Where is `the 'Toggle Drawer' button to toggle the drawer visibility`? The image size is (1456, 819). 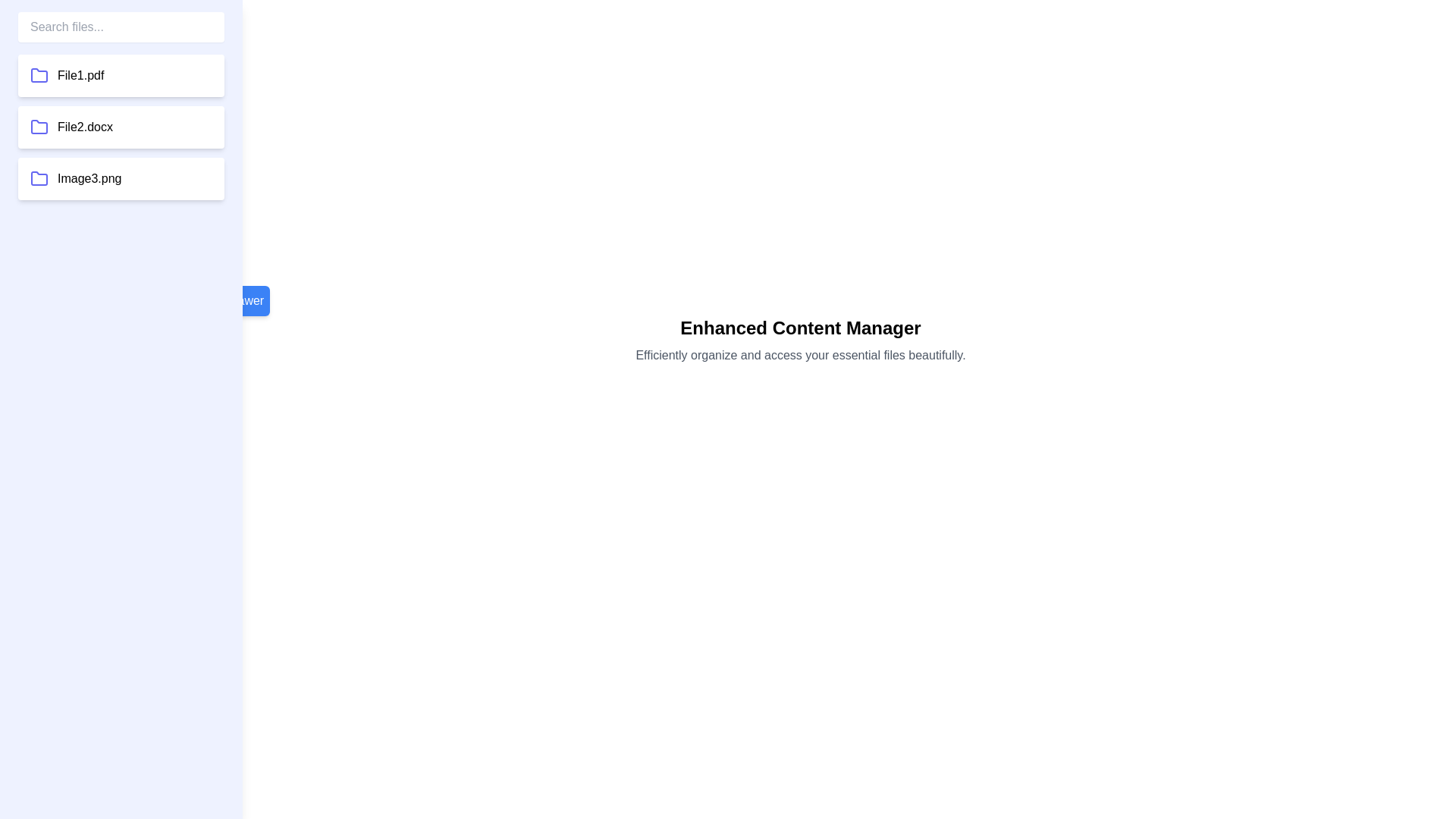 the 'Toggle Drawer' button to toggle the drawer visibility is located at coordinates (224, 301).